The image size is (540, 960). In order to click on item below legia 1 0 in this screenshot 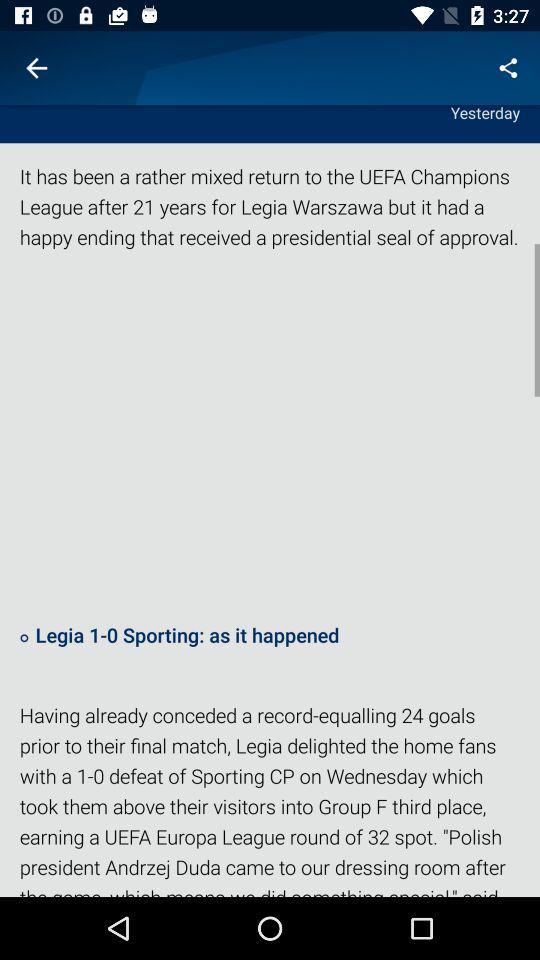, I will do `click(270, 798)`.